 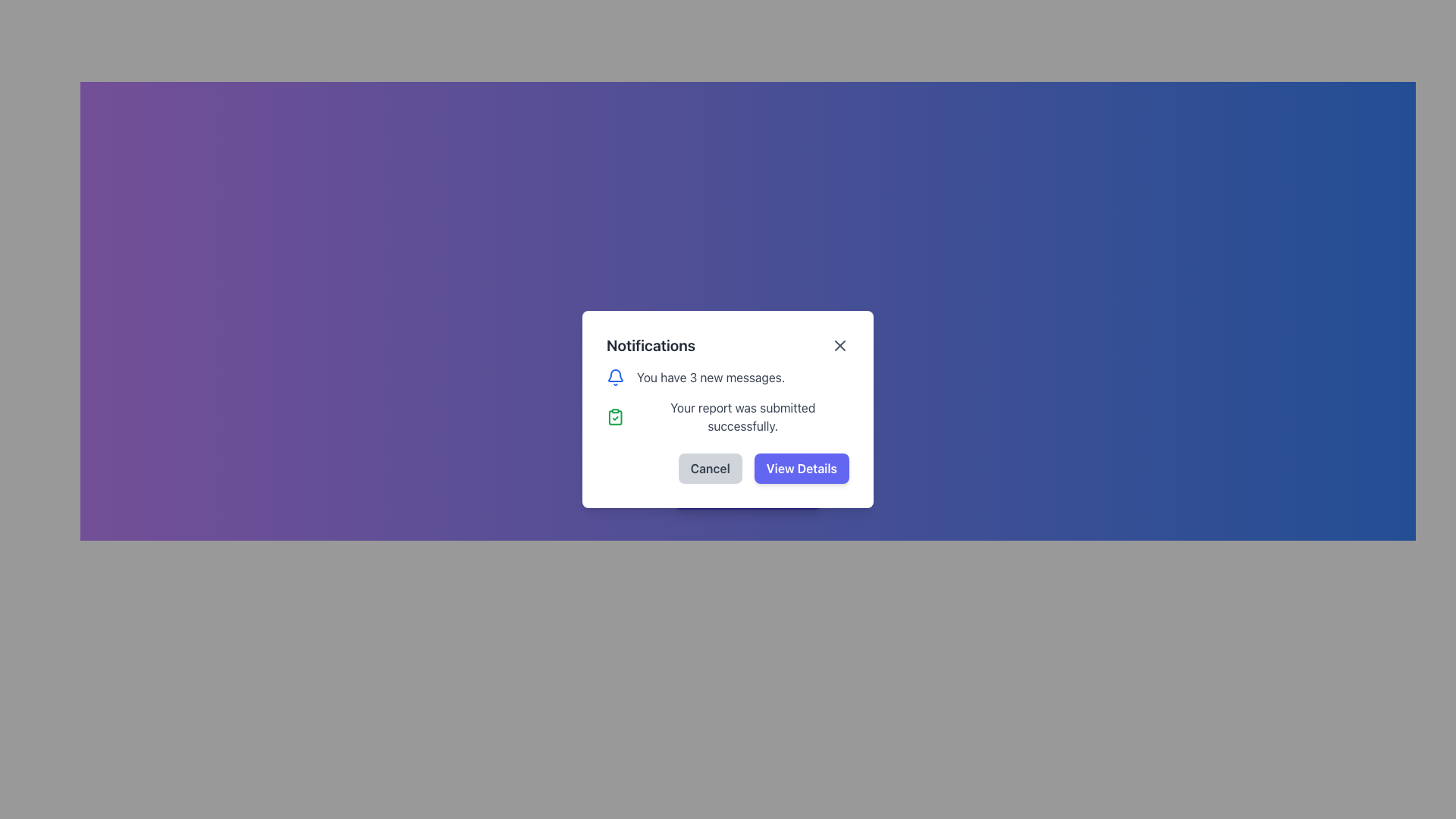 What do you see at coordinates (728, 400) in the screenshot?
I see `informational text block containing the messages about new notifications and report submission success, positioned under the 'Notifications' header` at bounding box center [728, 400].